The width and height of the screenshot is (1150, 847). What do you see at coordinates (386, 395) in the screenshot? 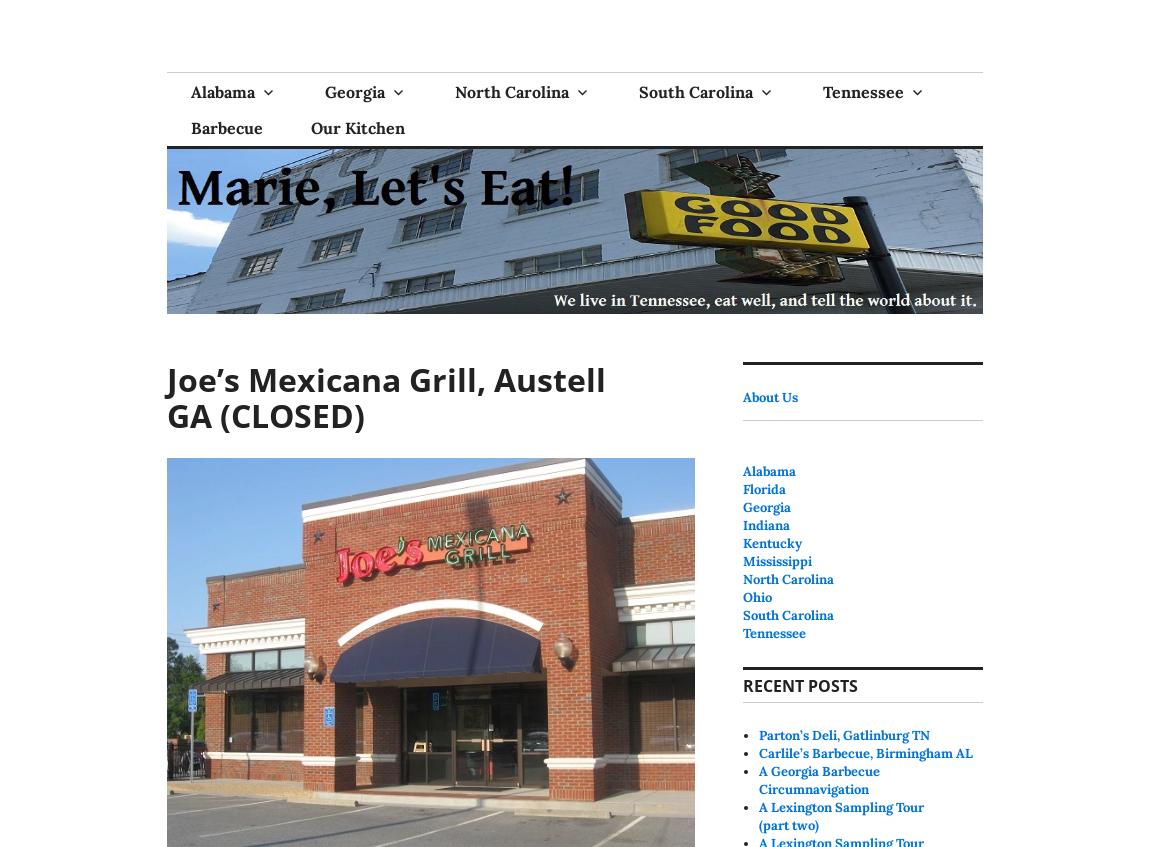
I see `'Joe’s Mexicana Grill, Austell GA (CLOSED)'` at bounding box center [386, 395].